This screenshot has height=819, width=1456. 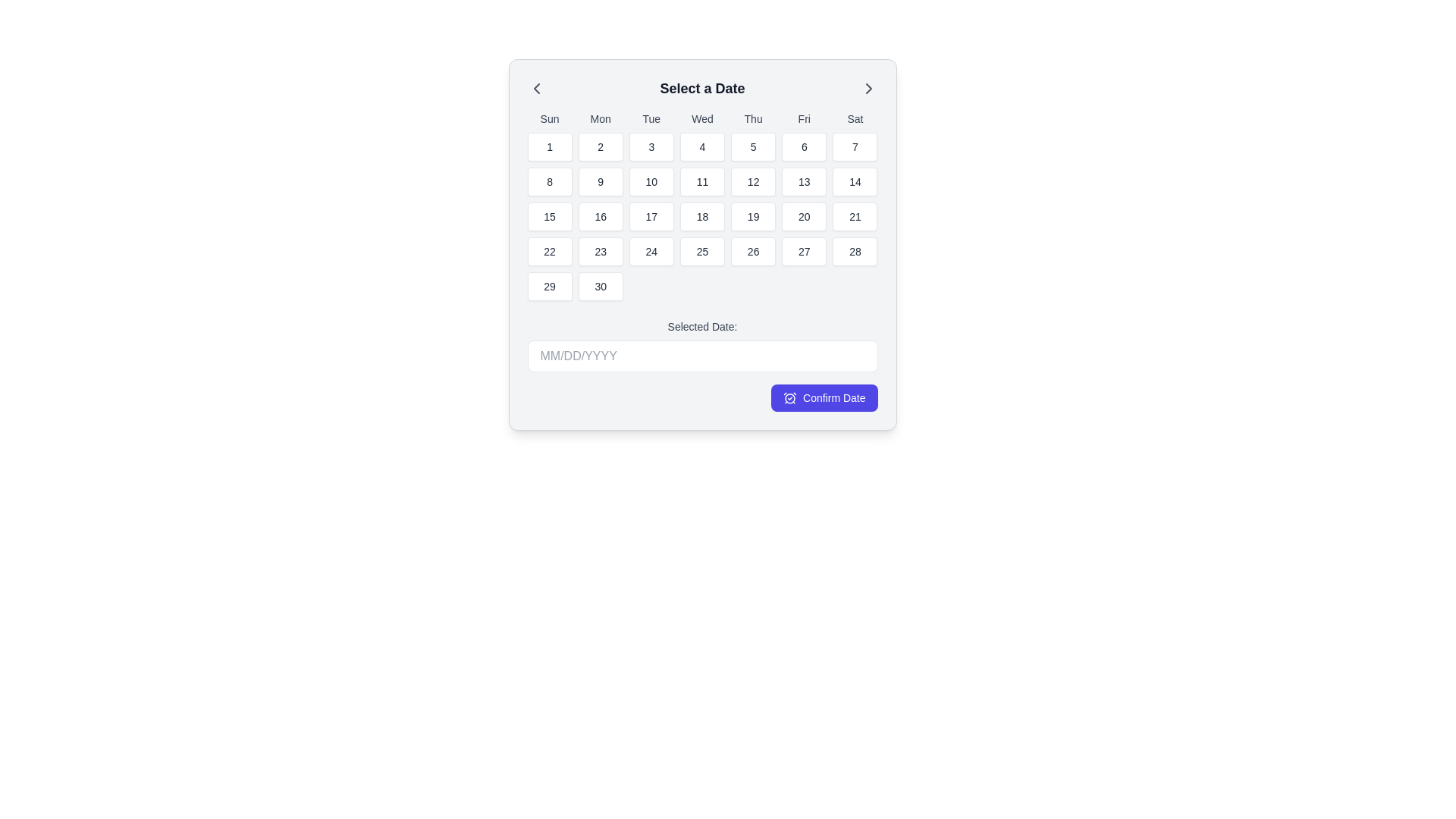 What do you see at coordinates (753, 146) in the screenshot?
I see `the rectangular button displaying the number '5' with rounded edges, located under the header 'Thu' in the second row and fifth column of the grid` at bounding box center [753, 146].